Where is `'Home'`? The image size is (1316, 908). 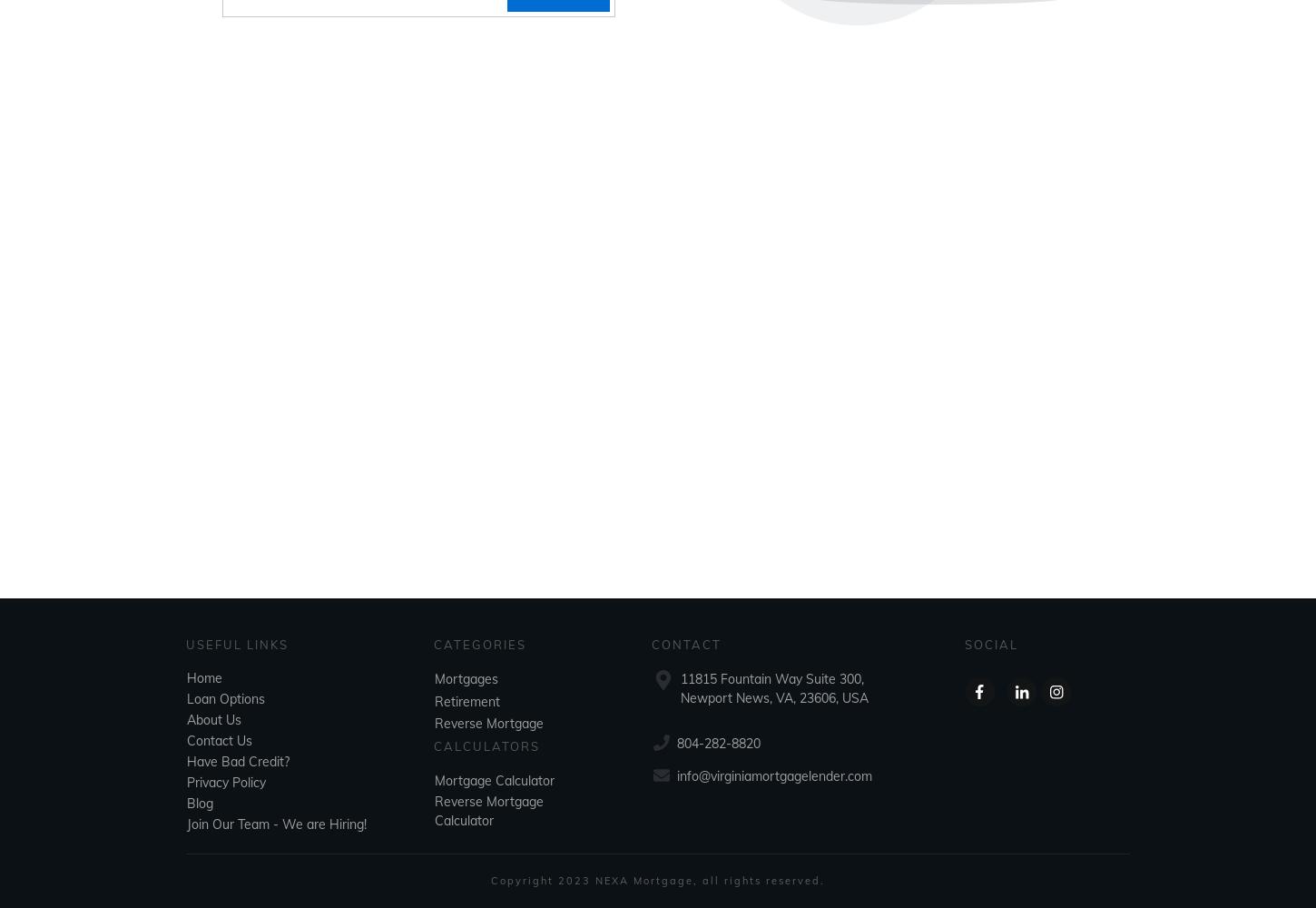 'Home' is located at coordinates (203, 677).